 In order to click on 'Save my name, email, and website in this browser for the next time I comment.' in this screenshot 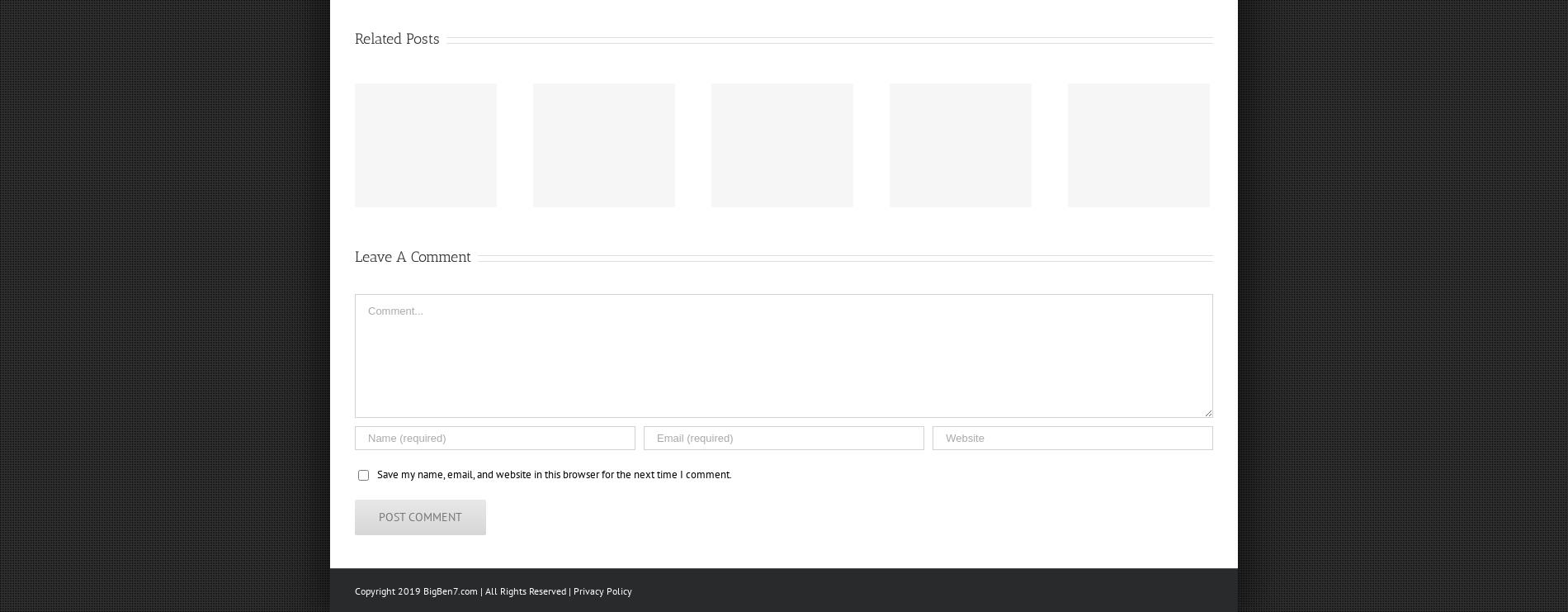, I will do `click(555, 473)`.